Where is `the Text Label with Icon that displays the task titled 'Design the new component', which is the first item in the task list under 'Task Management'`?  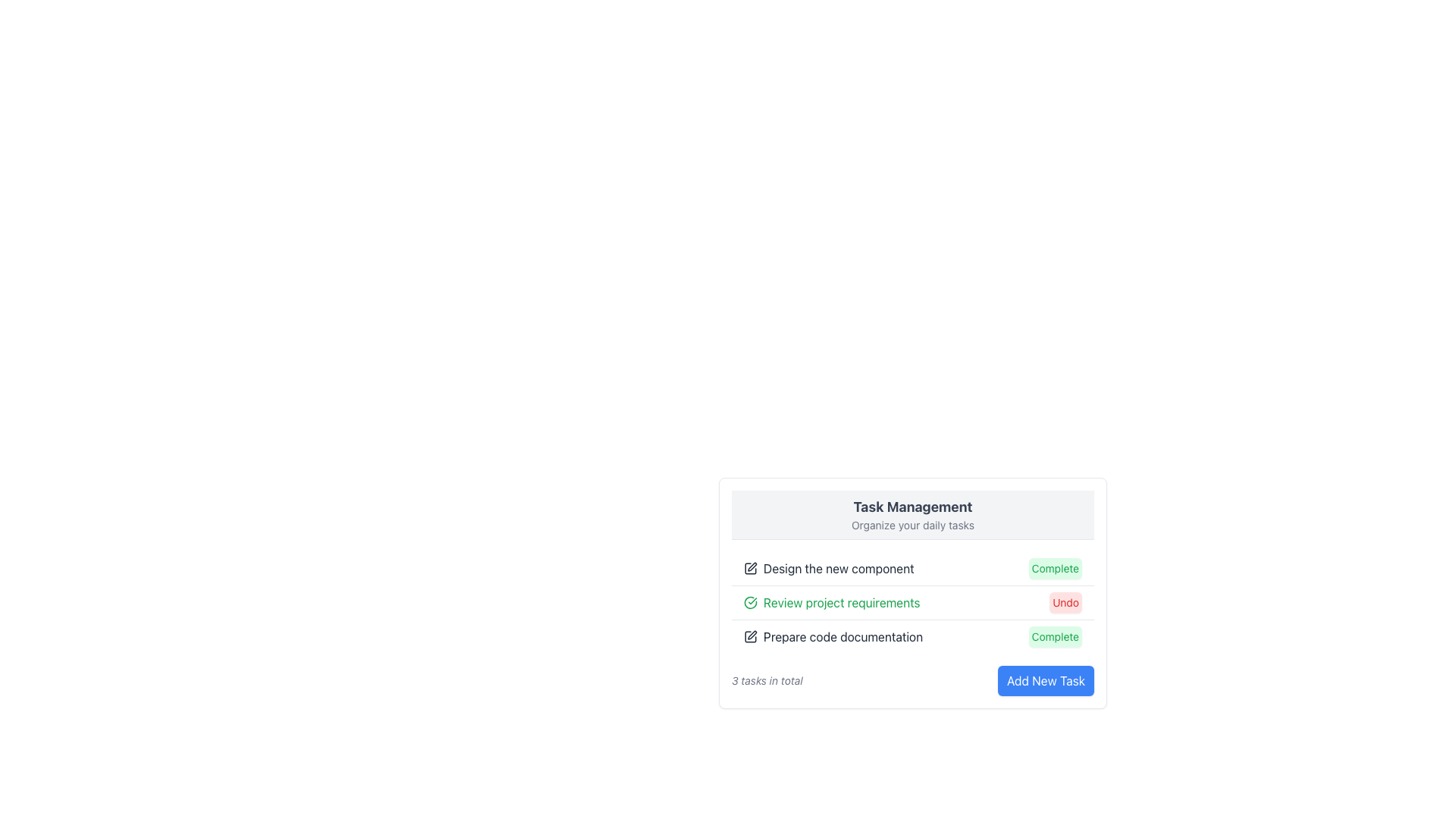
the Text Label with Icon that displays the task titled 'Design the new component', which is the first item in the task list under 'Task Management' is located at coordinates (828, 568).